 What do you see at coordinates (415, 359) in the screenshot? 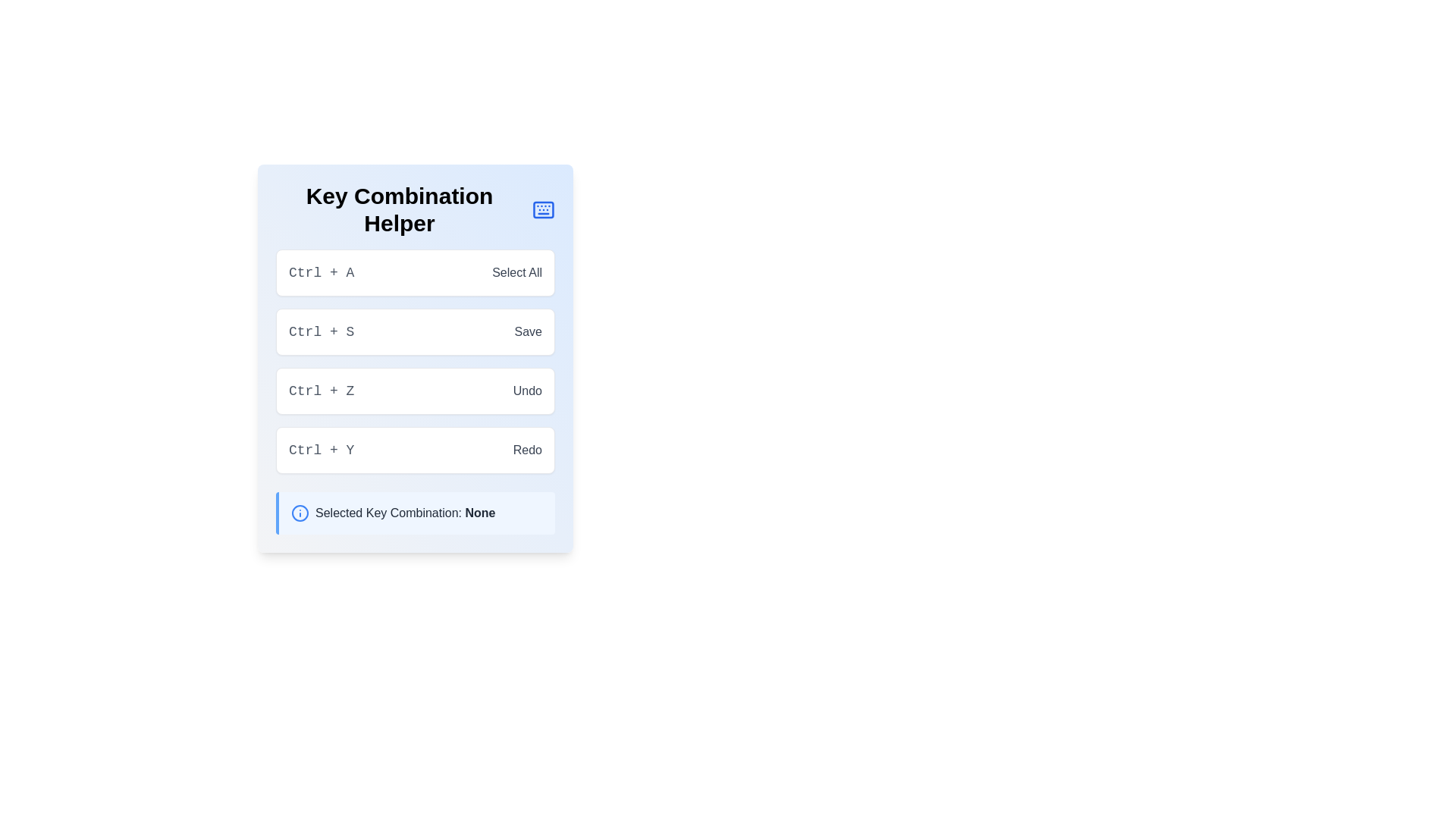
I see `the Informational display panel that lists key combinations and their respective actions, located beneath the title 'Key Combination Helper'` at bounding box center [415, 359].